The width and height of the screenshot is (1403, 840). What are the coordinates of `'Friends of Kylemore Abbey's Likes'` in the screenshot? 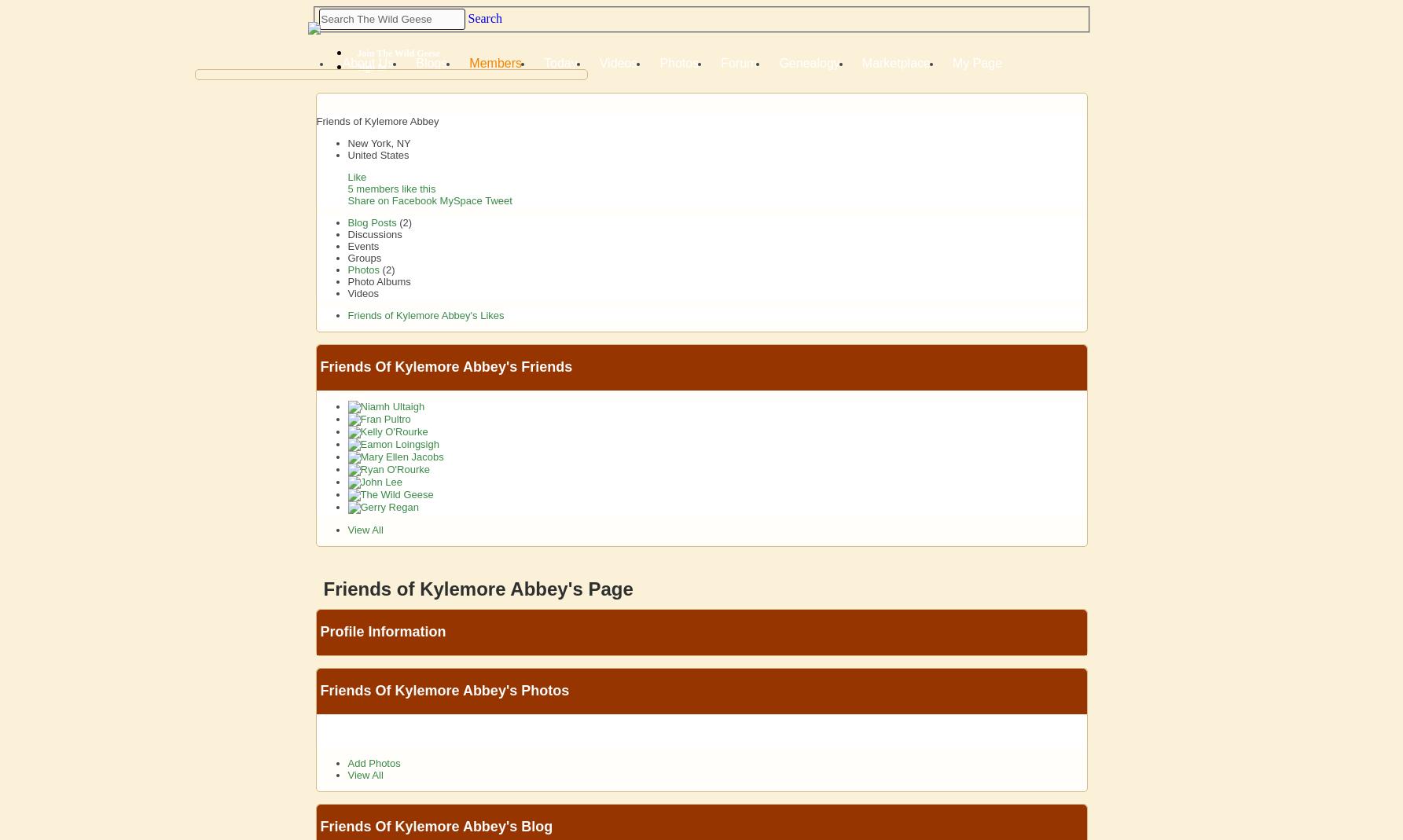 It's located at (346, 315).